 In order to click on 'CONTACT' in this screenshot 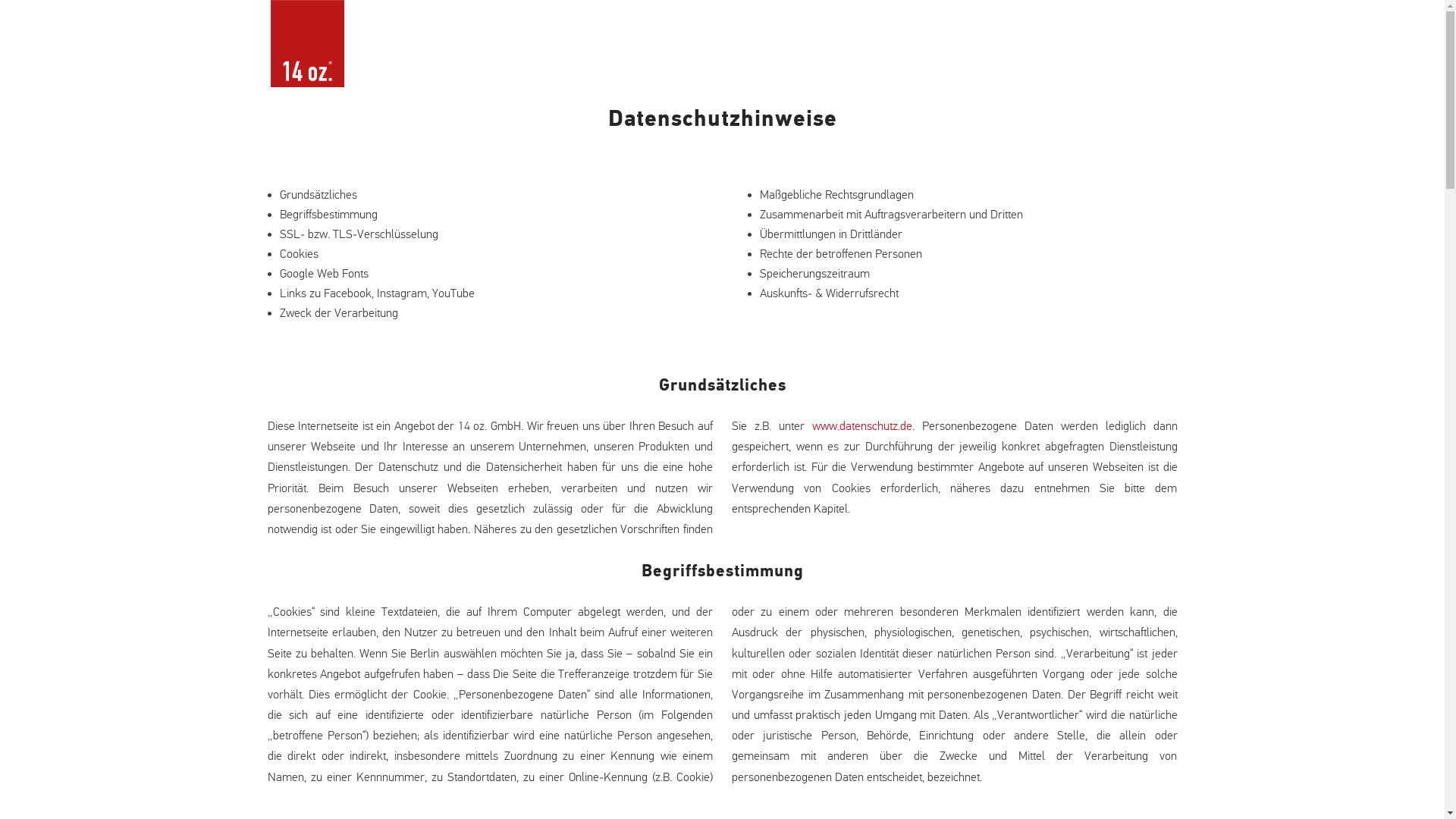, I will do `click(1111, 61)`.